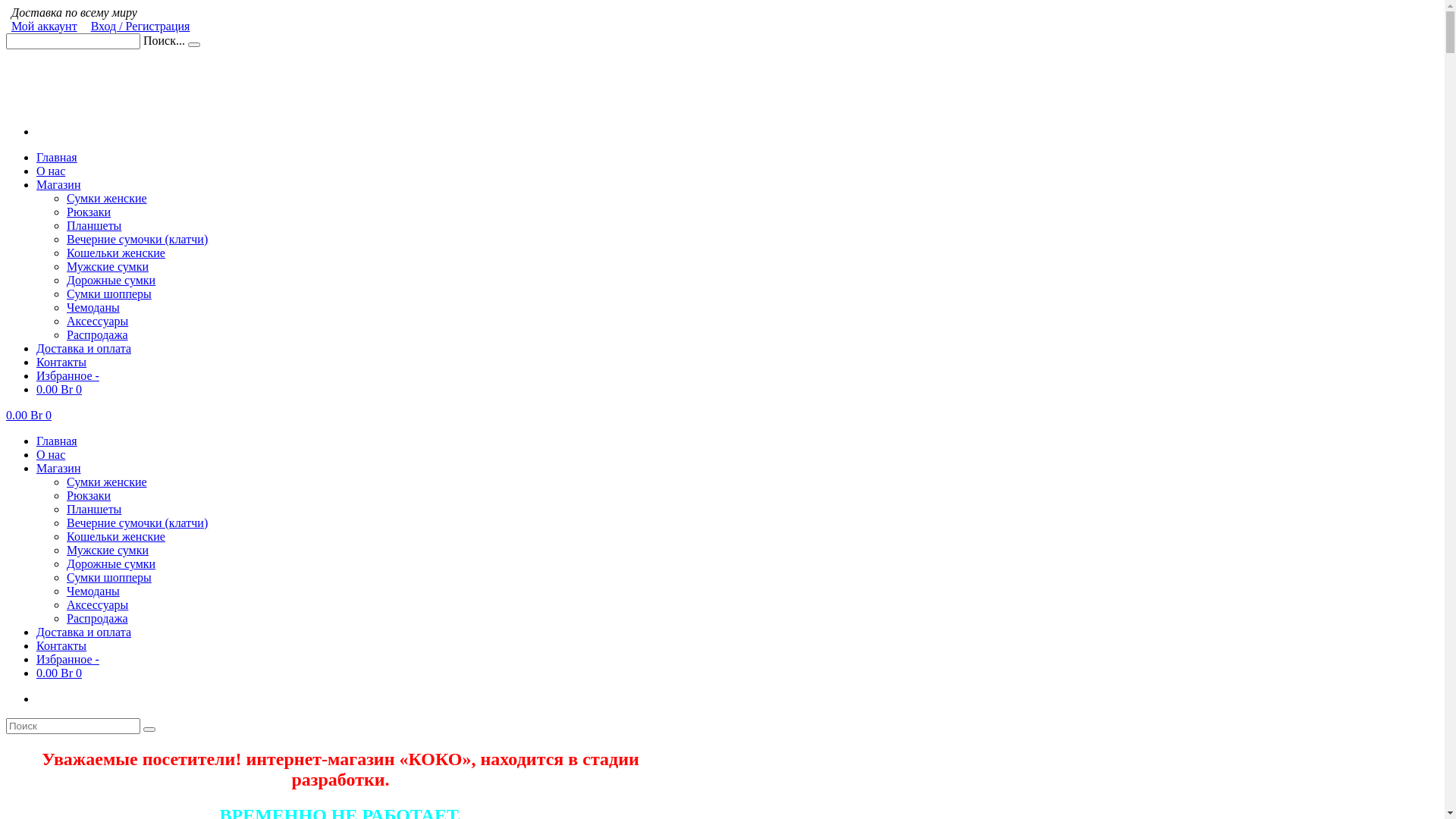 This screenshot has height=819, width=1456. I want to click on '0.00 Br 0', so click(29, 415).